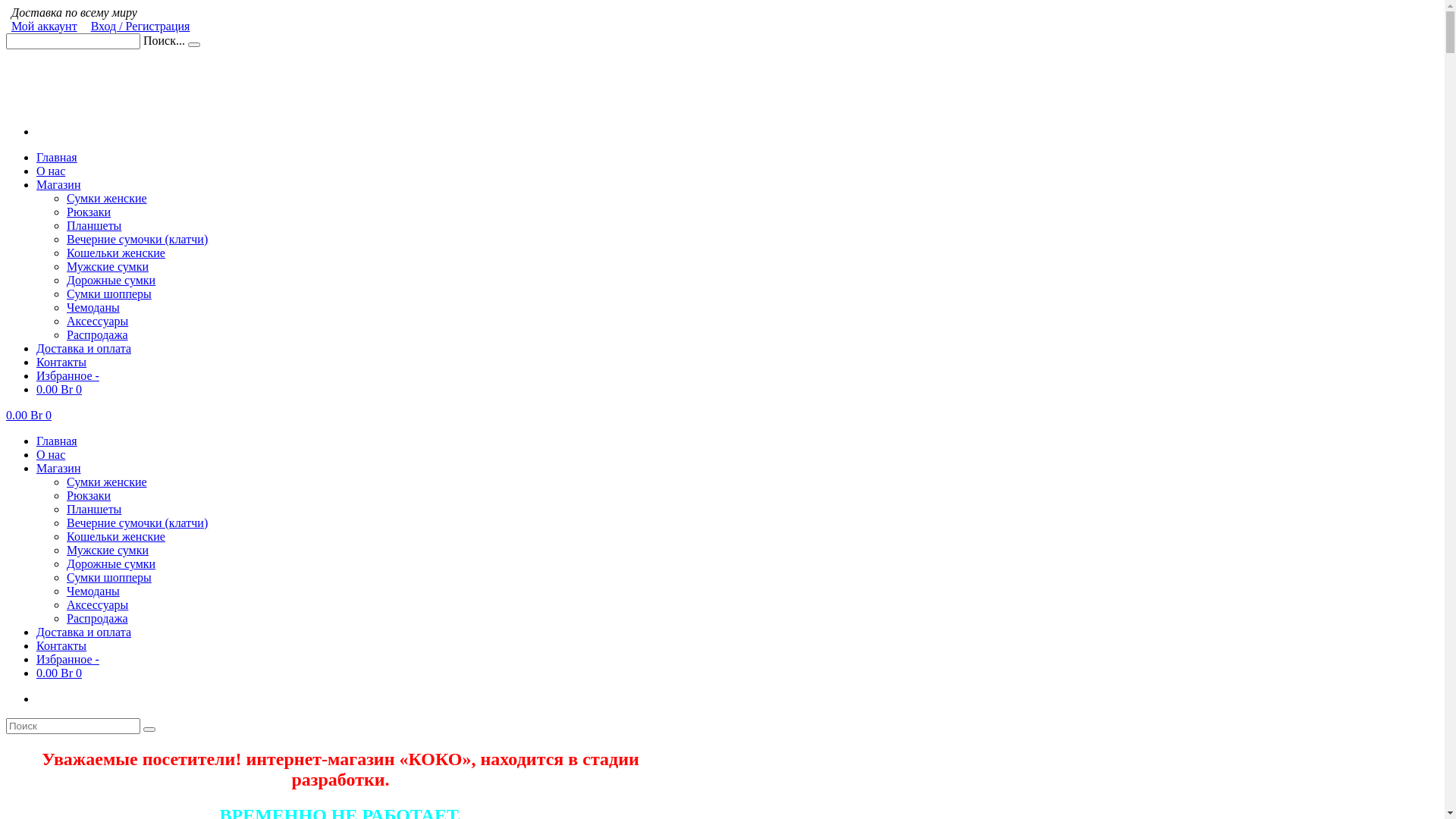 This screenshot has height=819, width=1456. I want to click on '0.00 Br 0', so click(29, 415).